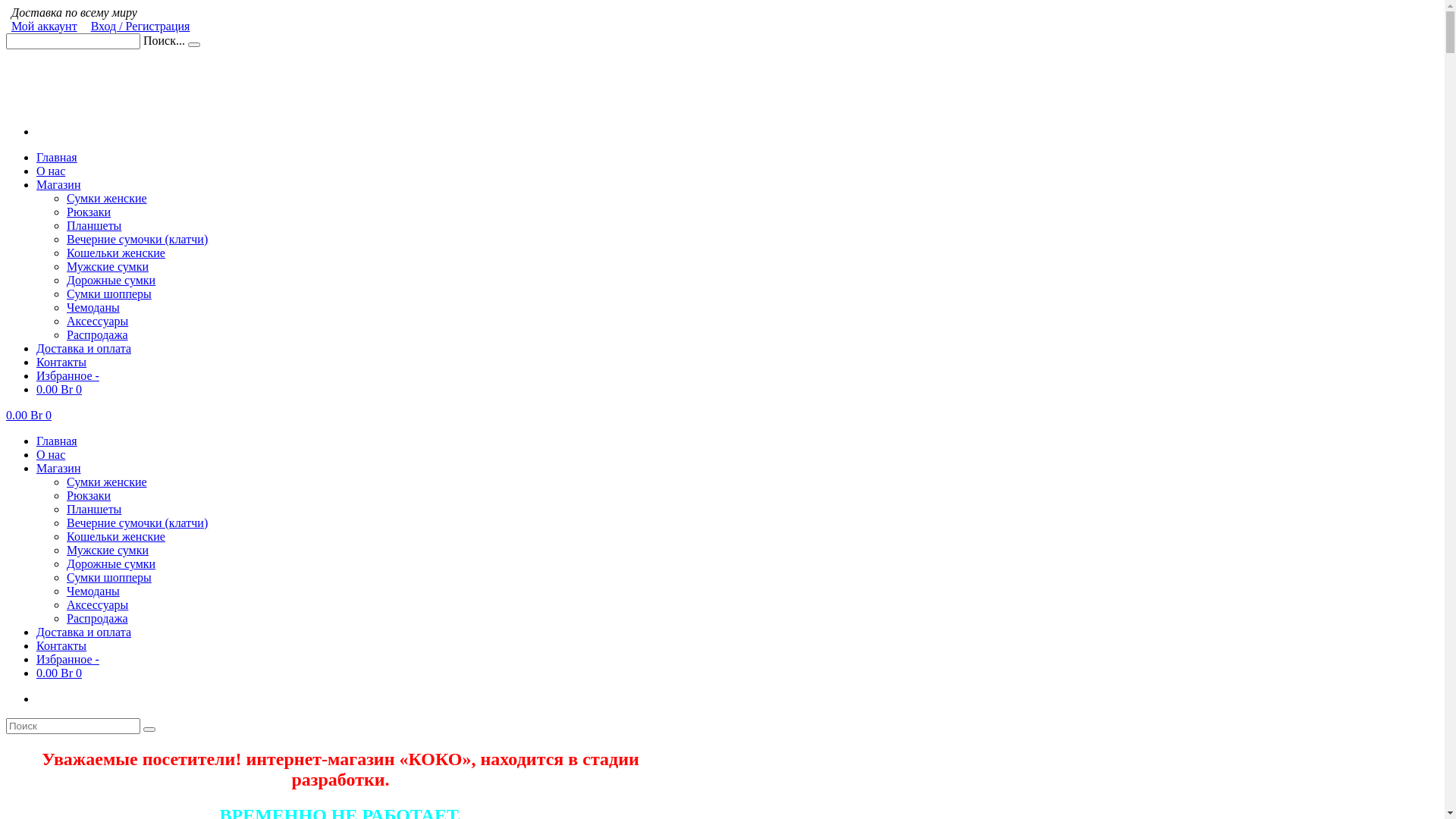 This screenshot has height=819, width=1456. I want to click on '0.00 Br 0', so click(29, 415).